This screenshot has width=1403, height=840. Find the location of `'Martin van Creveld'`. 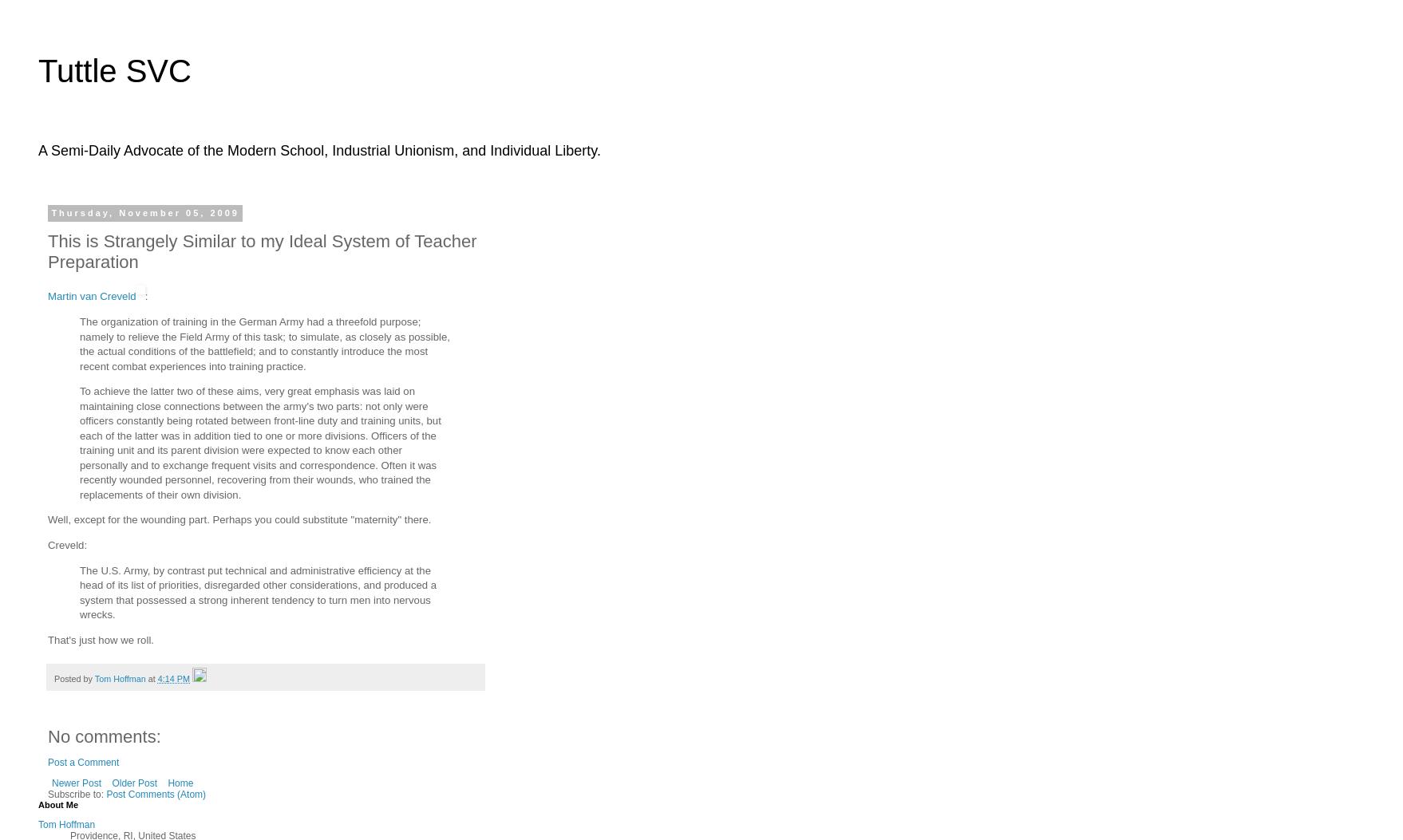

'Martin van Creveld' is located at coordinates (91, 295).